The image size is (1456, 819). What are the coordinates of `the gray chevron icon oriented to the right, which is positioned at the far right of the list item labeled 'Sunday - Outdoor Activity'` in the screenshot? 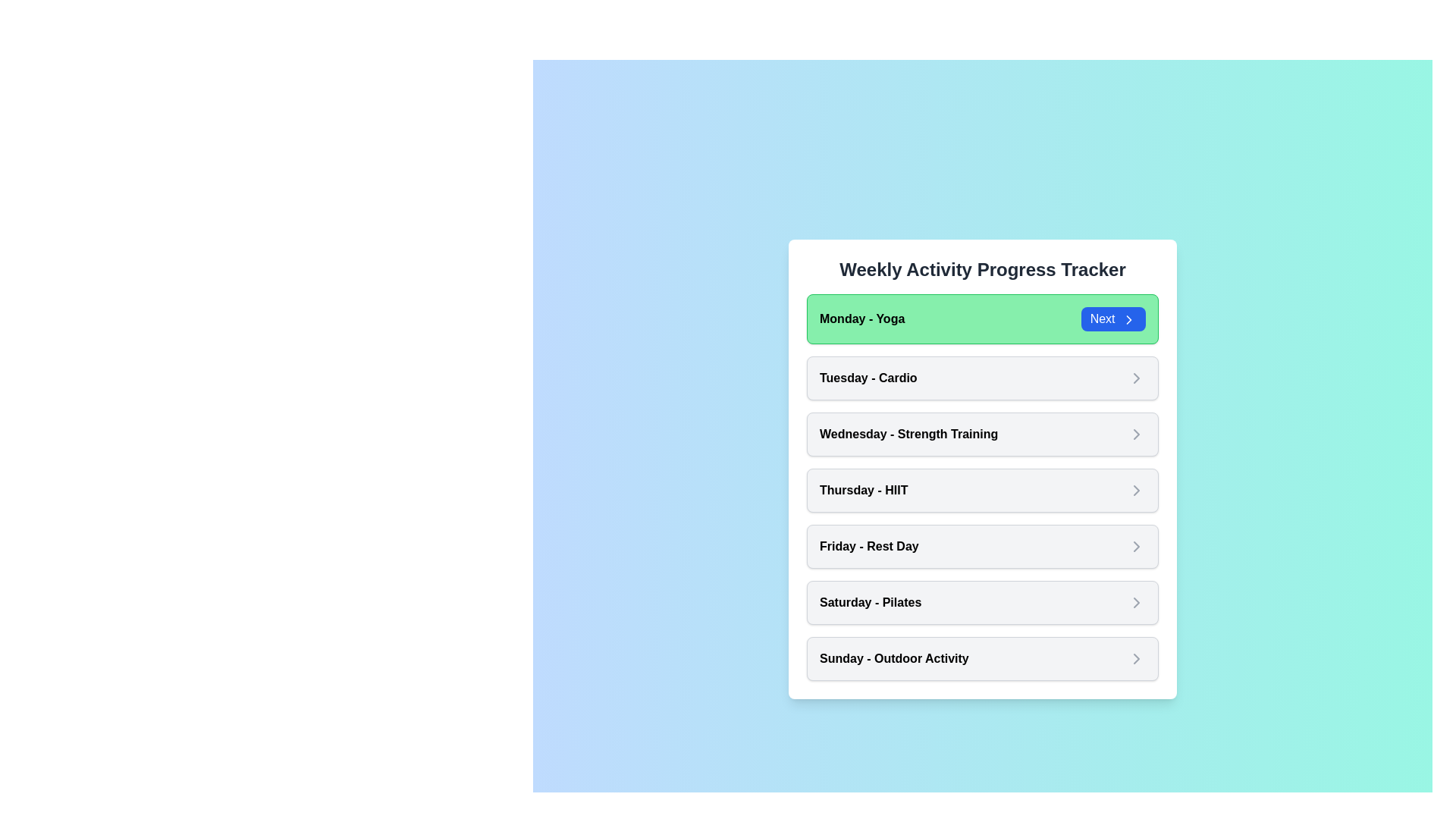 It's located at (1136, 657).